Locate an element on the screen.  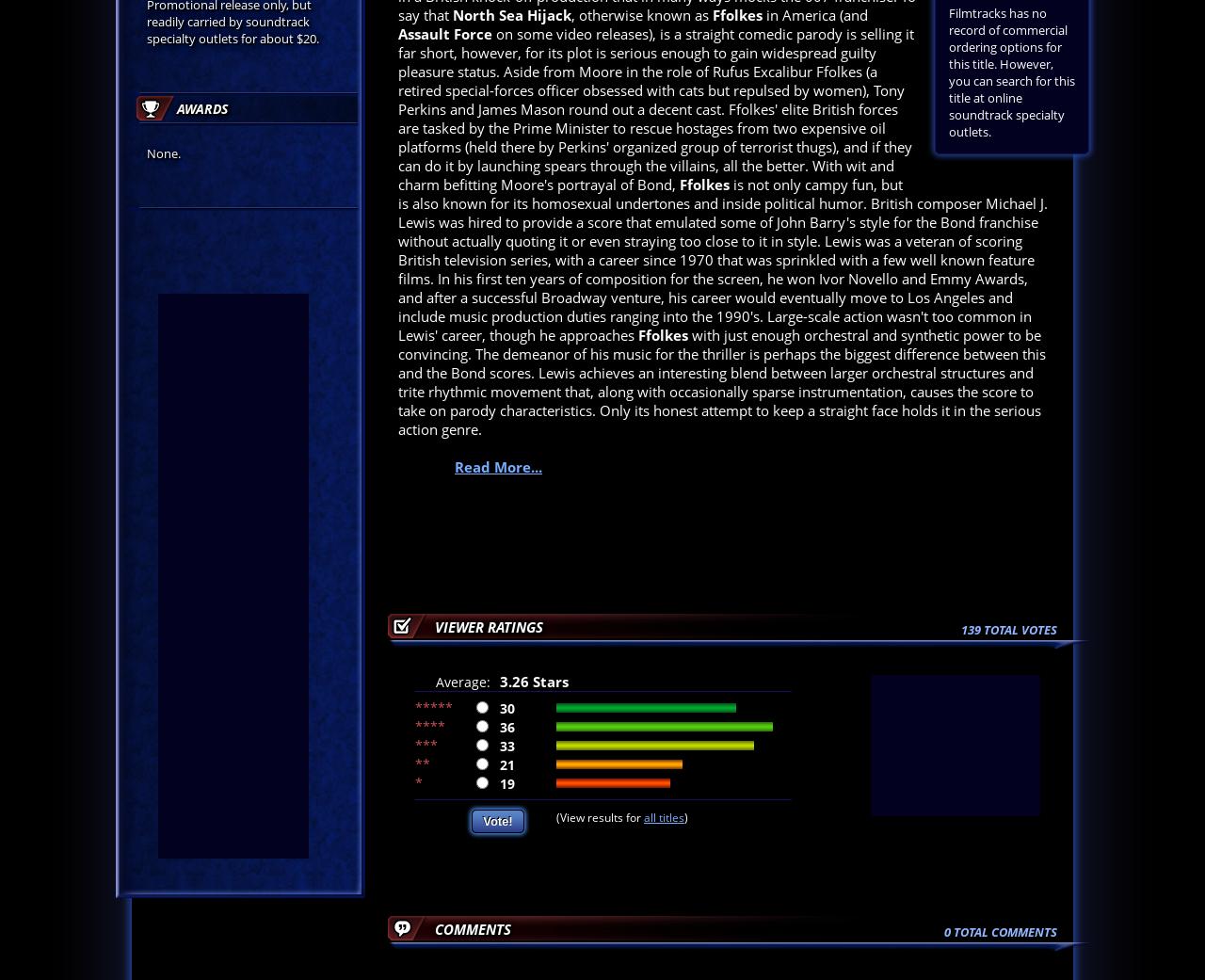
'33' is located at coordinates (507, 745).